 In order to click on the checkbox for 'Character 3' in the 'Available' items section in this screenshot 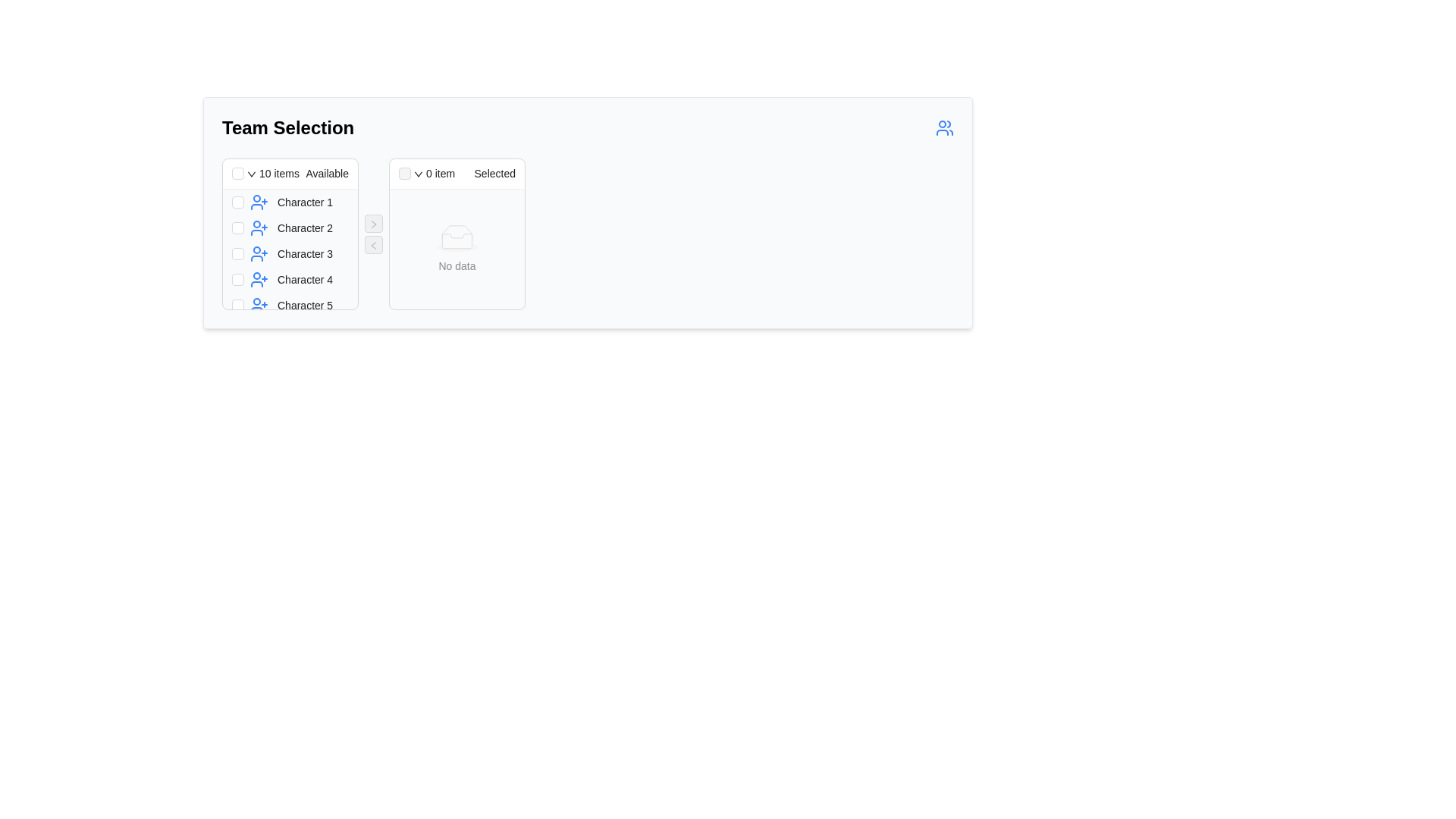, I will do `click(237, 253)`.